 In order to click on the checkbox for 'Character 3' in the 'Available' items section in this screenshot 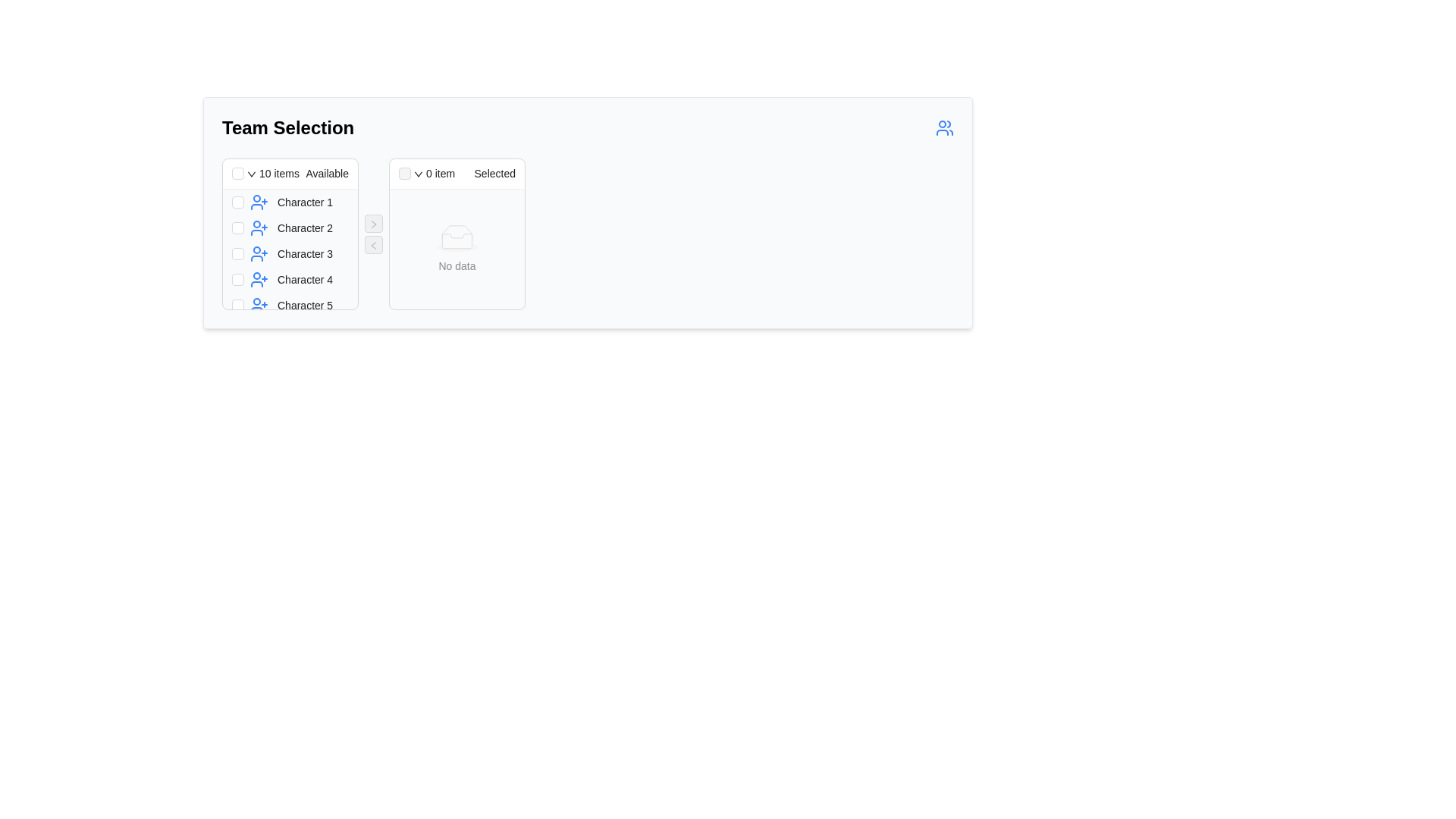, I will do `click(237, 253)`.